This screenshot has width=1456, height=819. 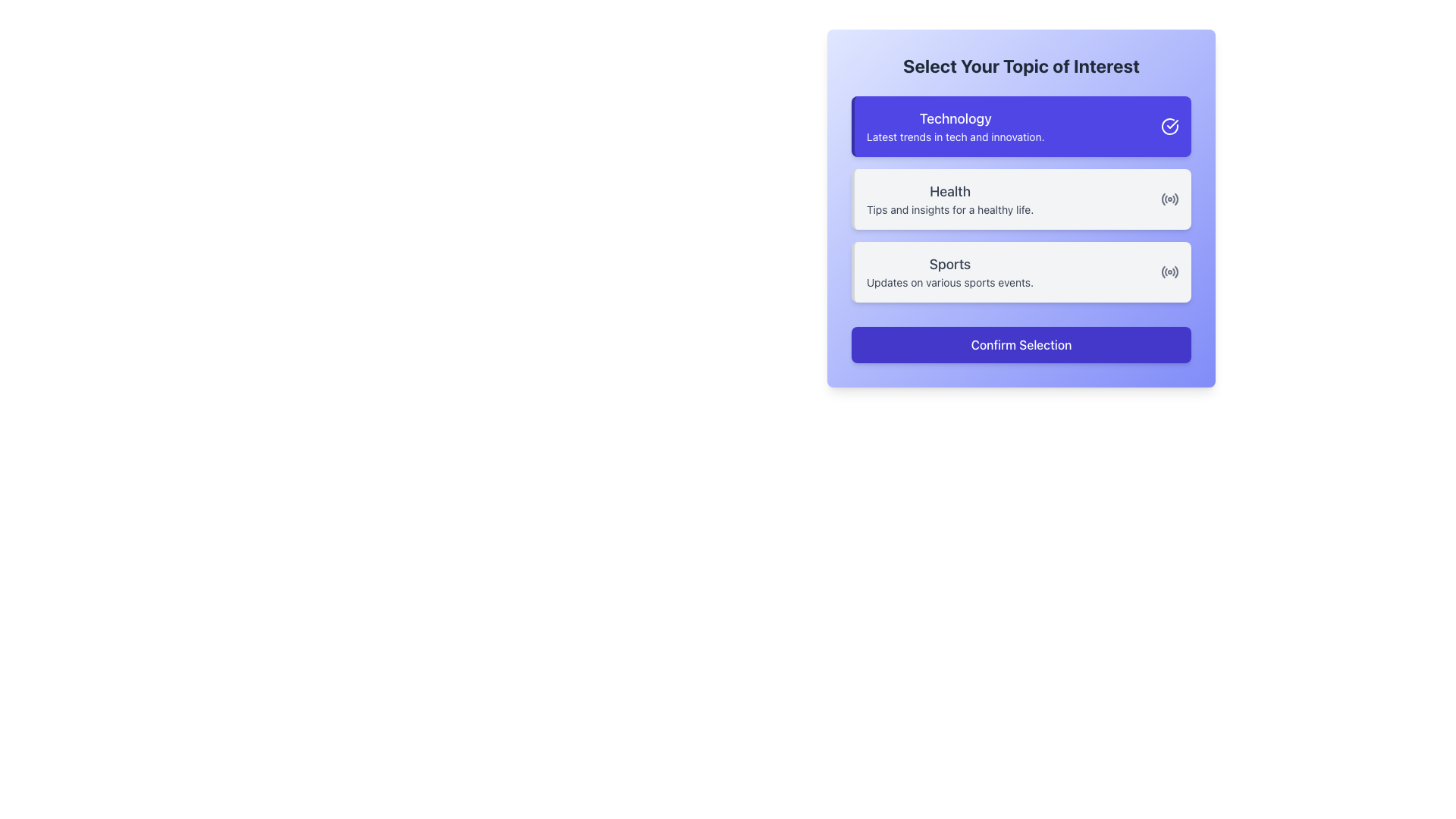 I want to click on the text content of the informational header for the topic 'Technology', which is the first item in the list of topics under 'Select Your Topic of Interest', so click(x=955, y=125).